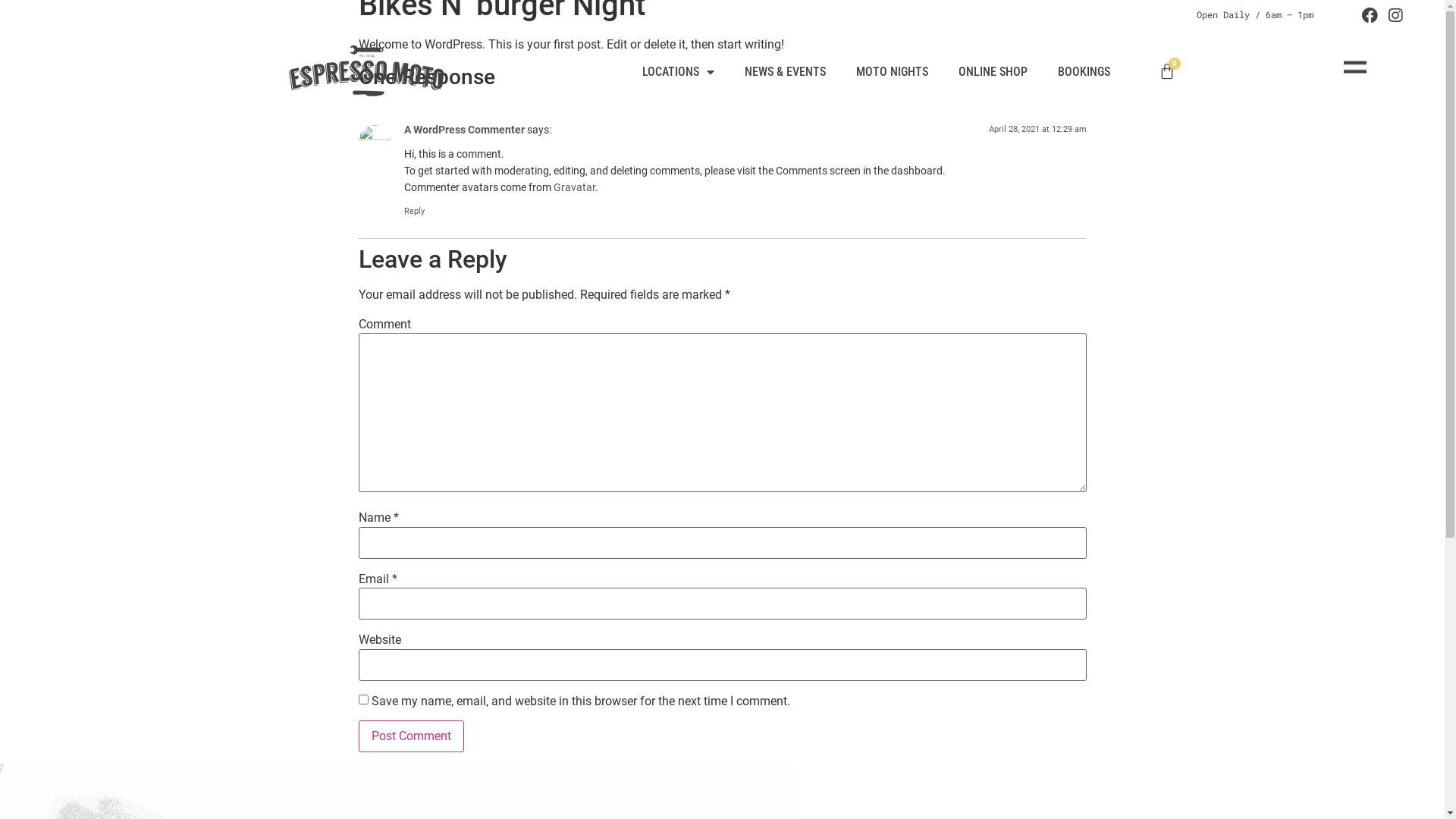  I want to click on 'Post Comment', so click(410, 736).